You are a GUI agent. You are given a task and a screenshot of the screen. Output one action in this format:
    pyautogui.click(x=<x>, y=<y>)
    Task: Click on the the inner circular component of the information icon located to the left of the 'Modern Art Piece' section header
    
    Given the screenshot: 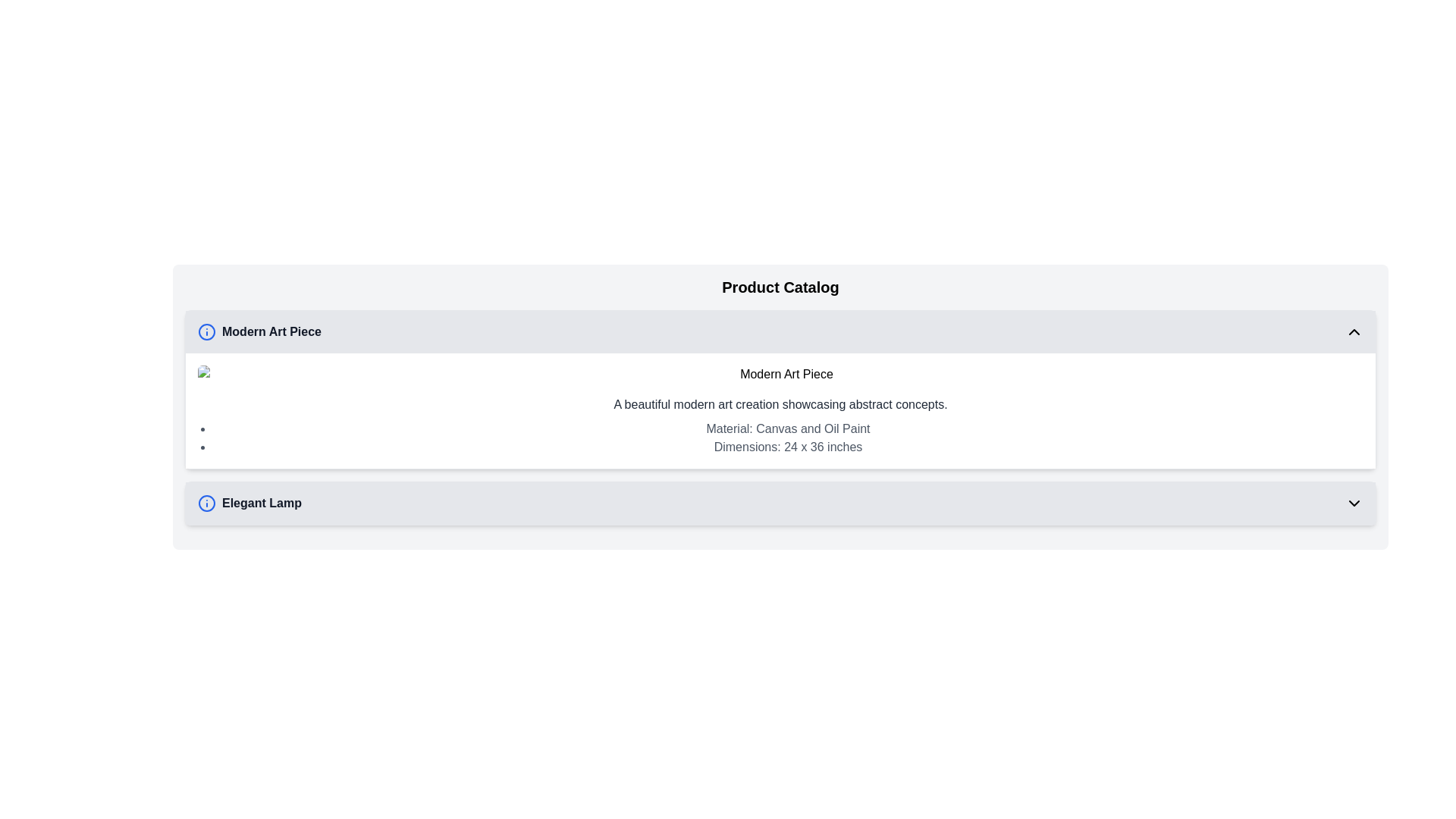 What is the action you would take?
    pyautogui.click(x=206, y=503)
    